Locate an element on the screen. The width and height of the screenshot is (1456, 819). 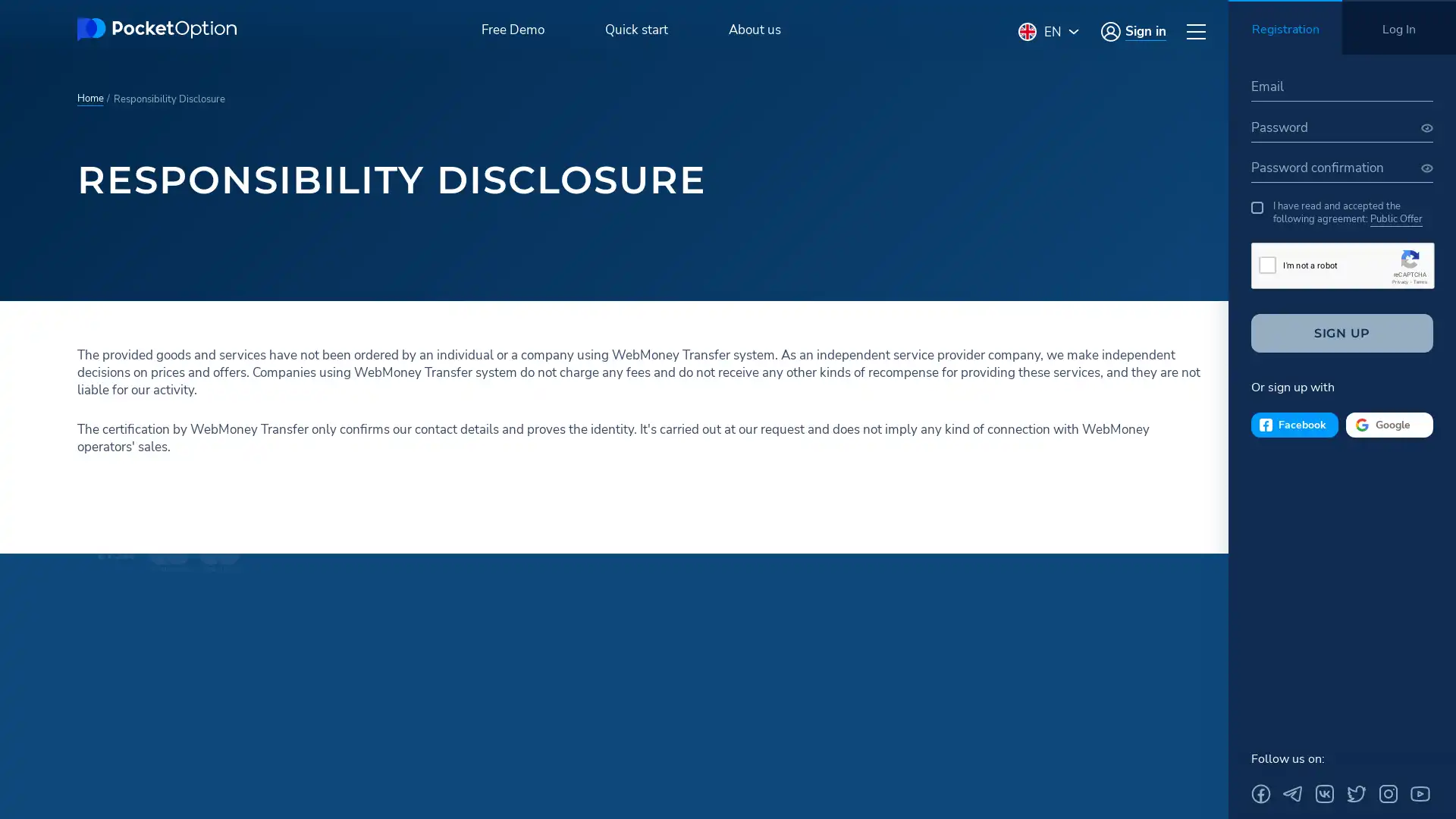
SIGN UP is located at coordinates (1342, 332).